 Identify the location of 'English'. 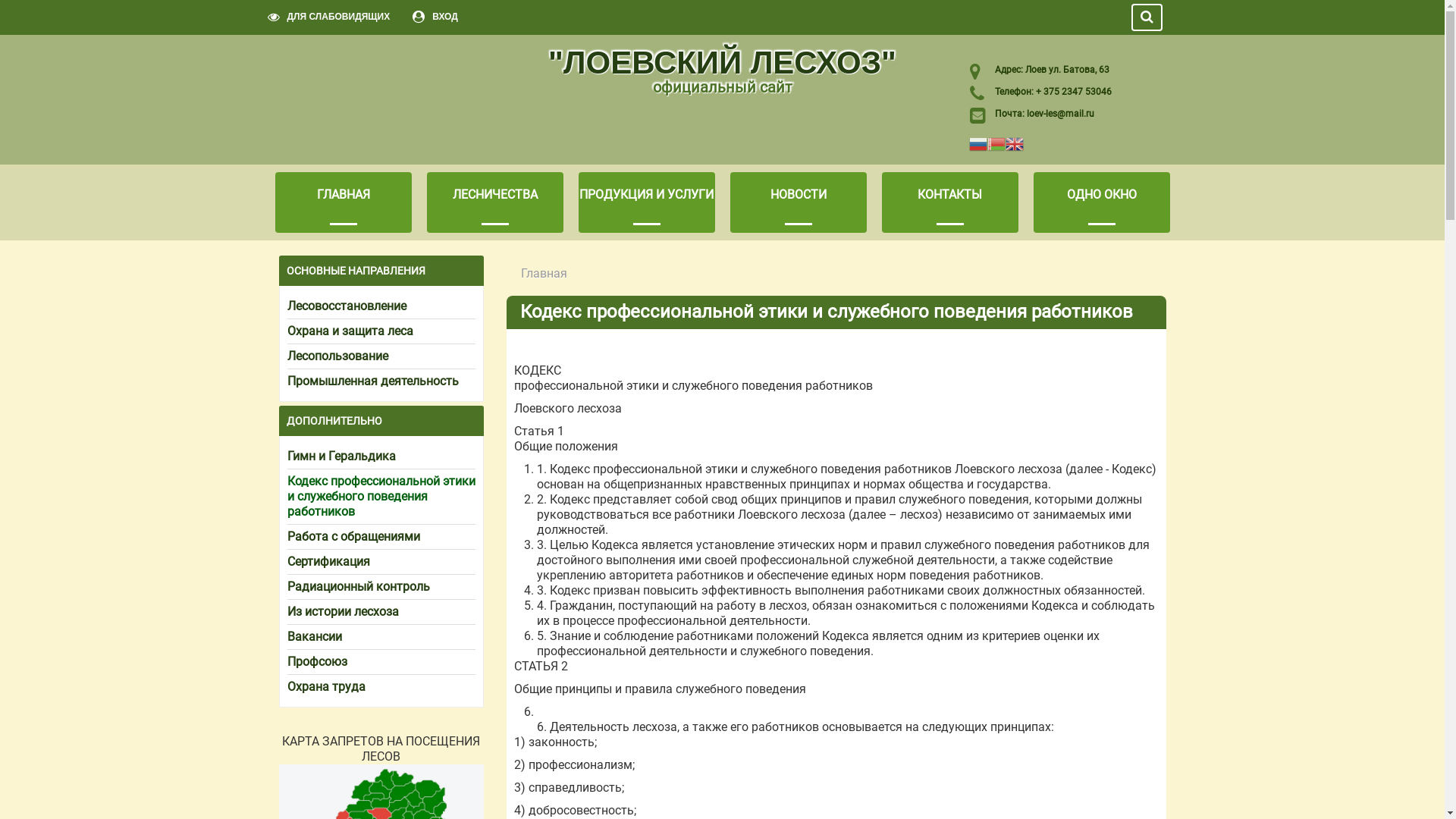
(1005, 143).